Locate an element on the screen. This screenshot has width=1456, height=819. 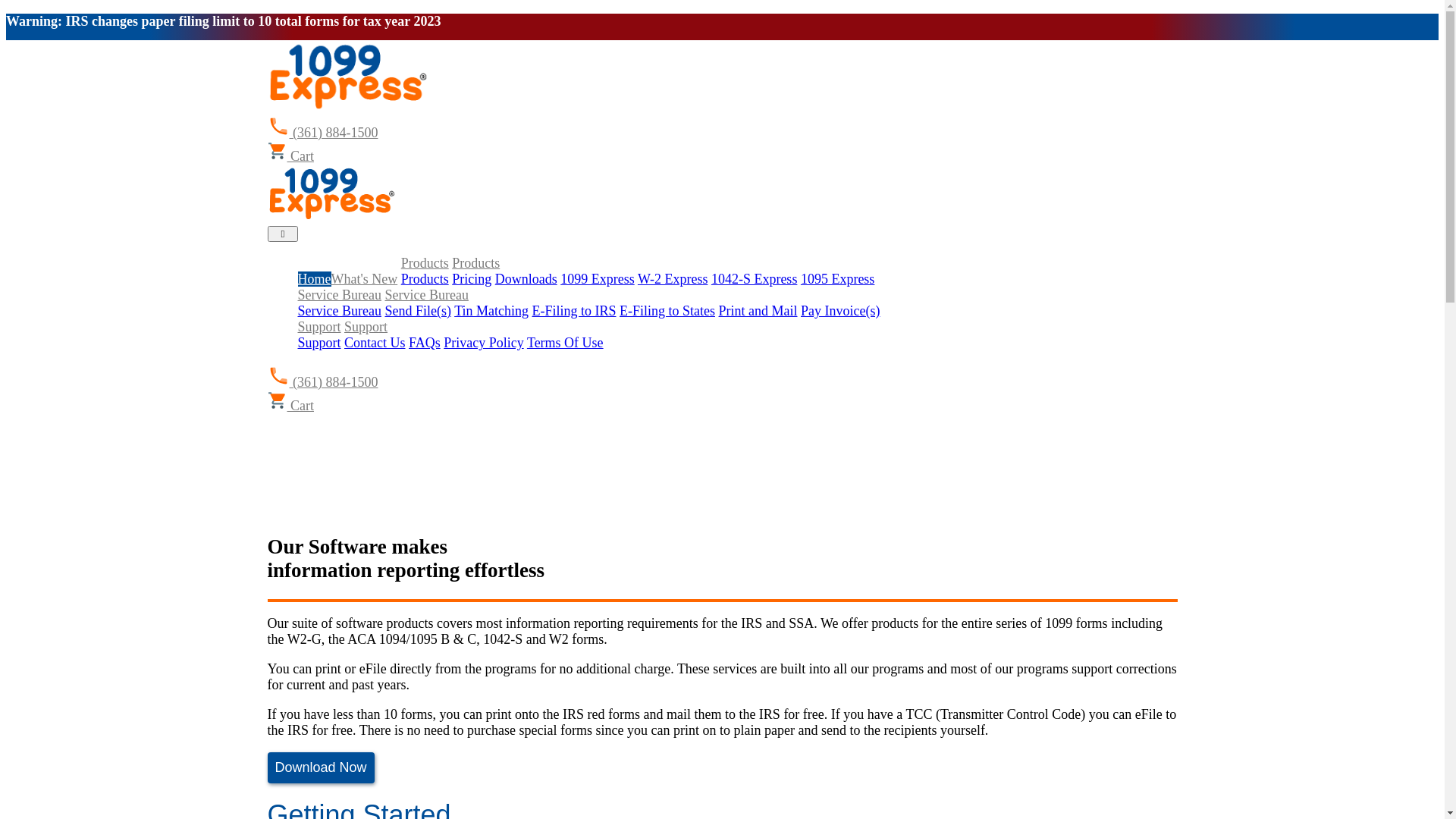
'Cart' is located at coordinates (290, 155).